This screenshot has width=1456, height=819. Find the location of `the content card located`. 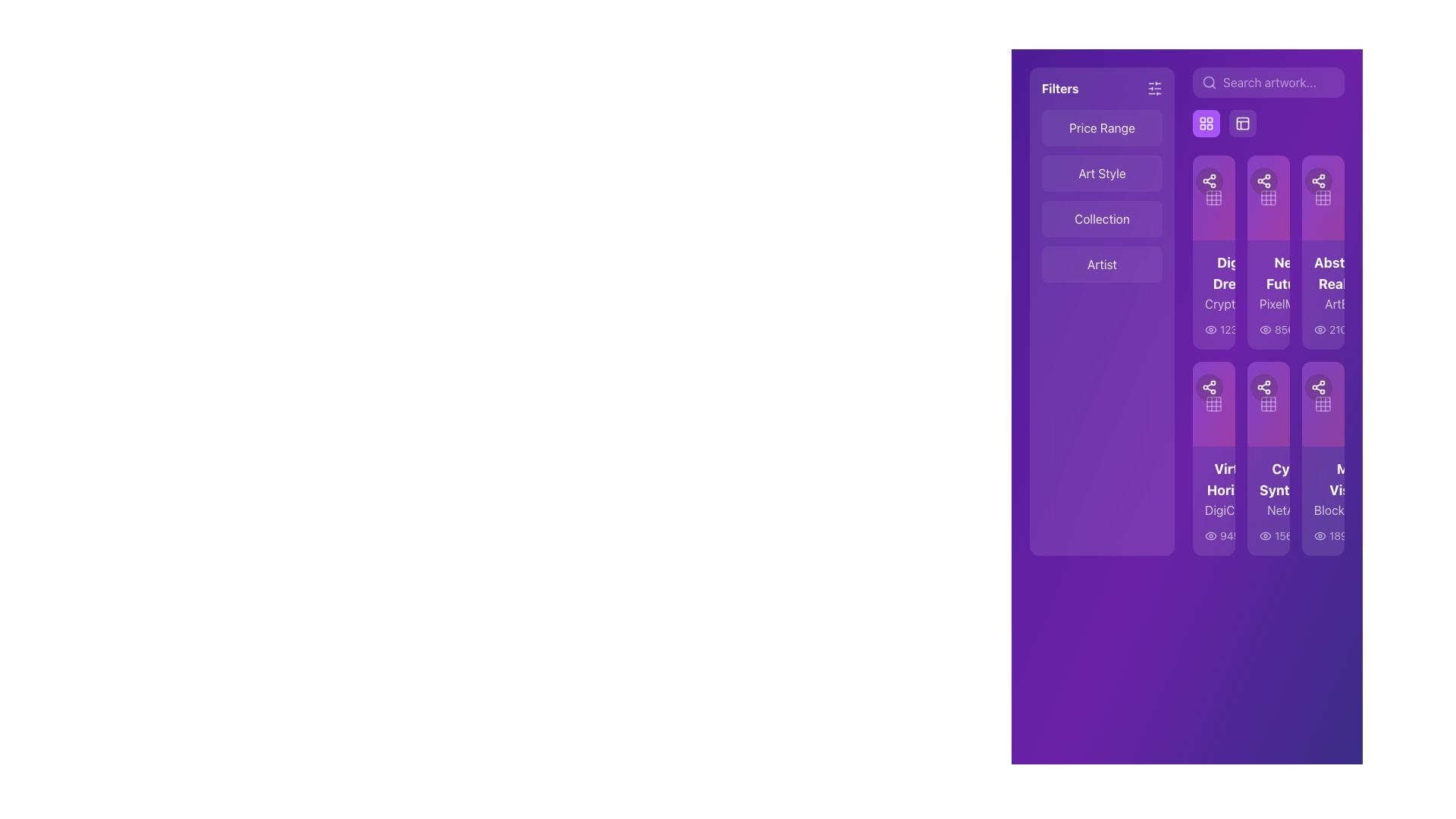

the content card located is located at coordinates (1269, 356).